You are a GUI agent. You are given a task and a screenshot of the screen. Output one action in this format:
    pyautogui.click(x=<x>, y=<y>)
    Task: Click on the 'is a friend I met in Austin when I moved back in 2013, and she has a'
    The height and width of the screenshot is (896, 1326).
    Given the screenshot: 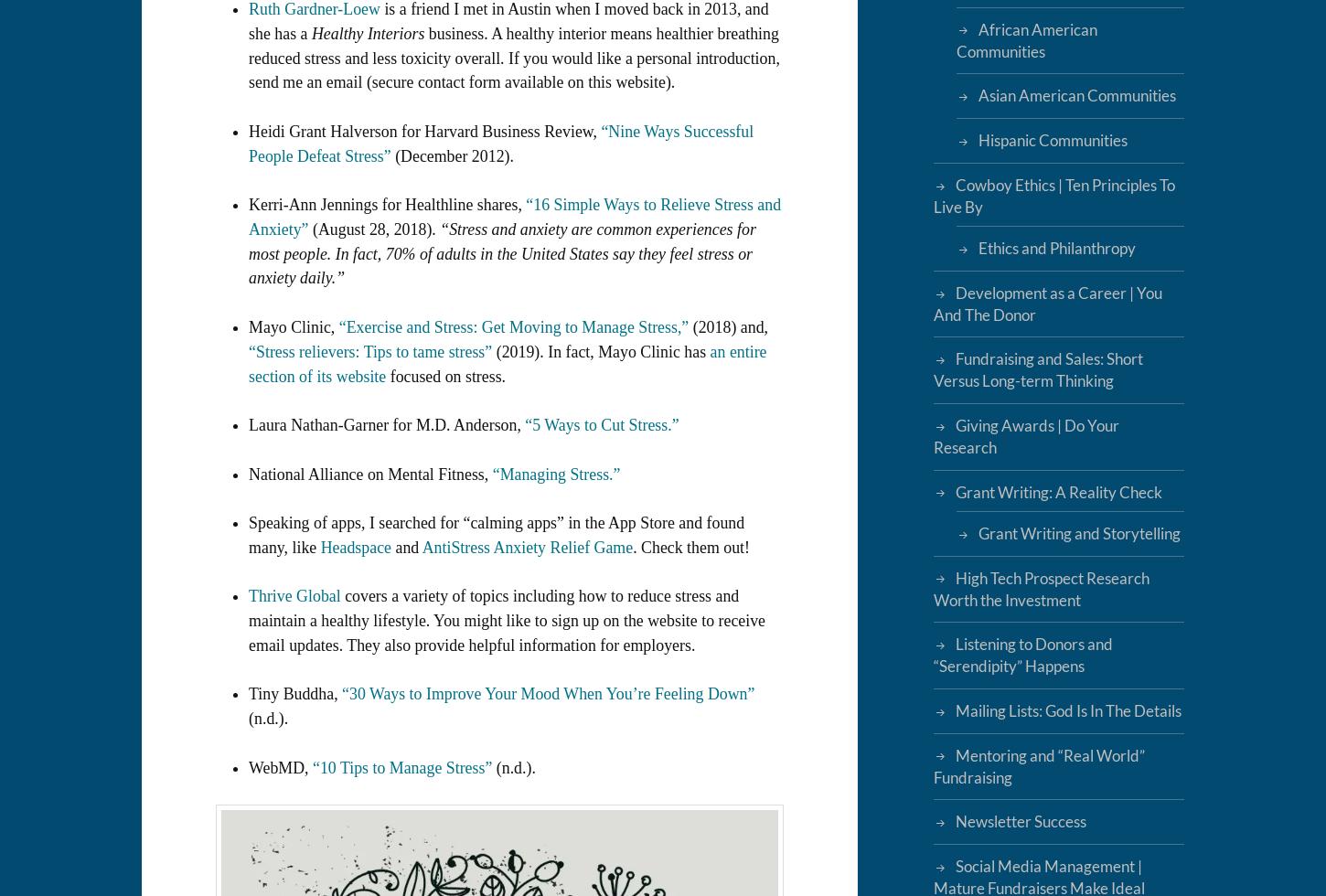 What is the action you would take?
    pyautogui.click(x=249, y=21)
    